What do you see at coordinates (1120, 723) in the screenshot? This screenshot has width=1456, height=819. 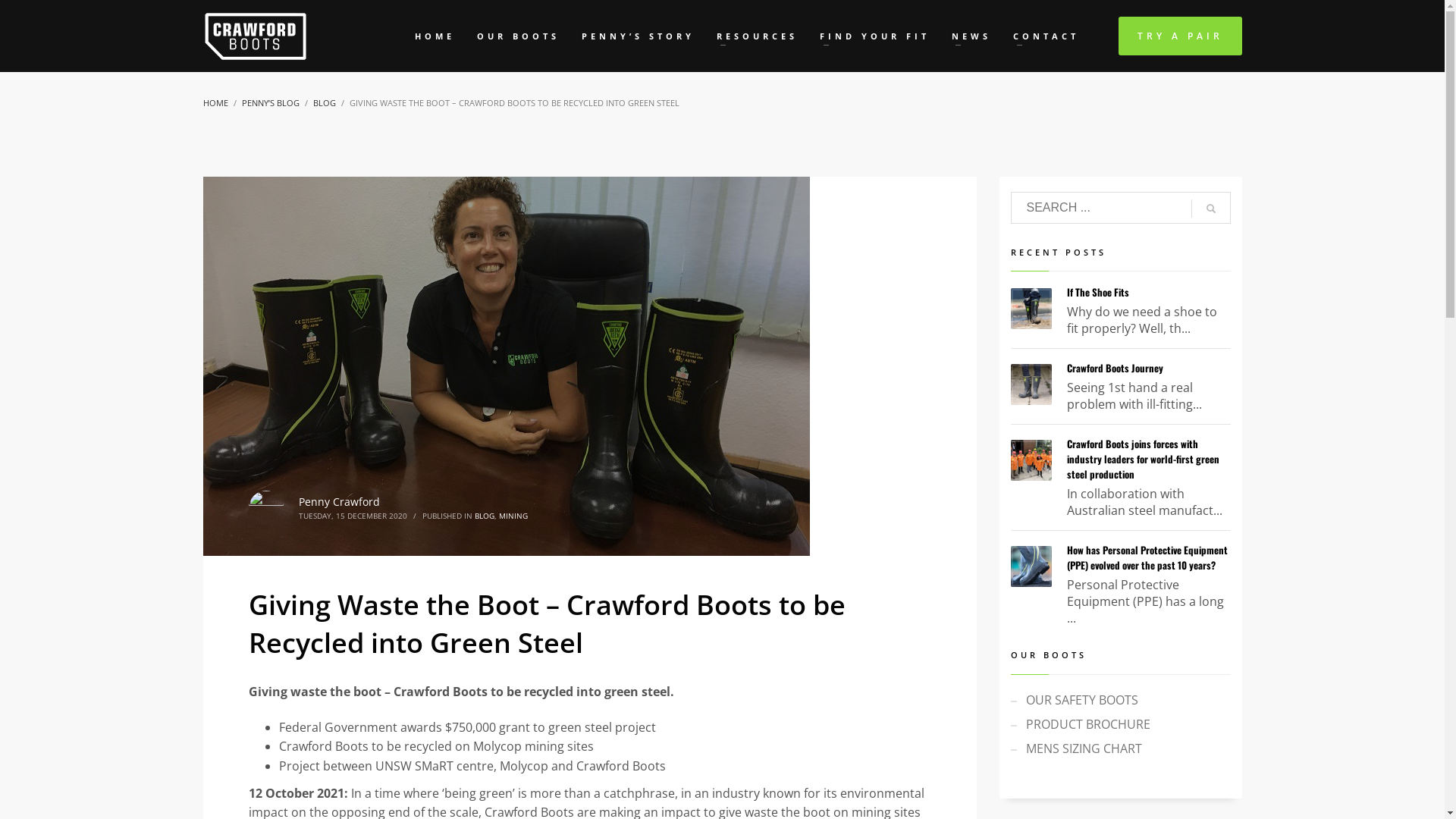 I see `'PRODUCT BROCHURE'` at bounding box center [1120, 723].